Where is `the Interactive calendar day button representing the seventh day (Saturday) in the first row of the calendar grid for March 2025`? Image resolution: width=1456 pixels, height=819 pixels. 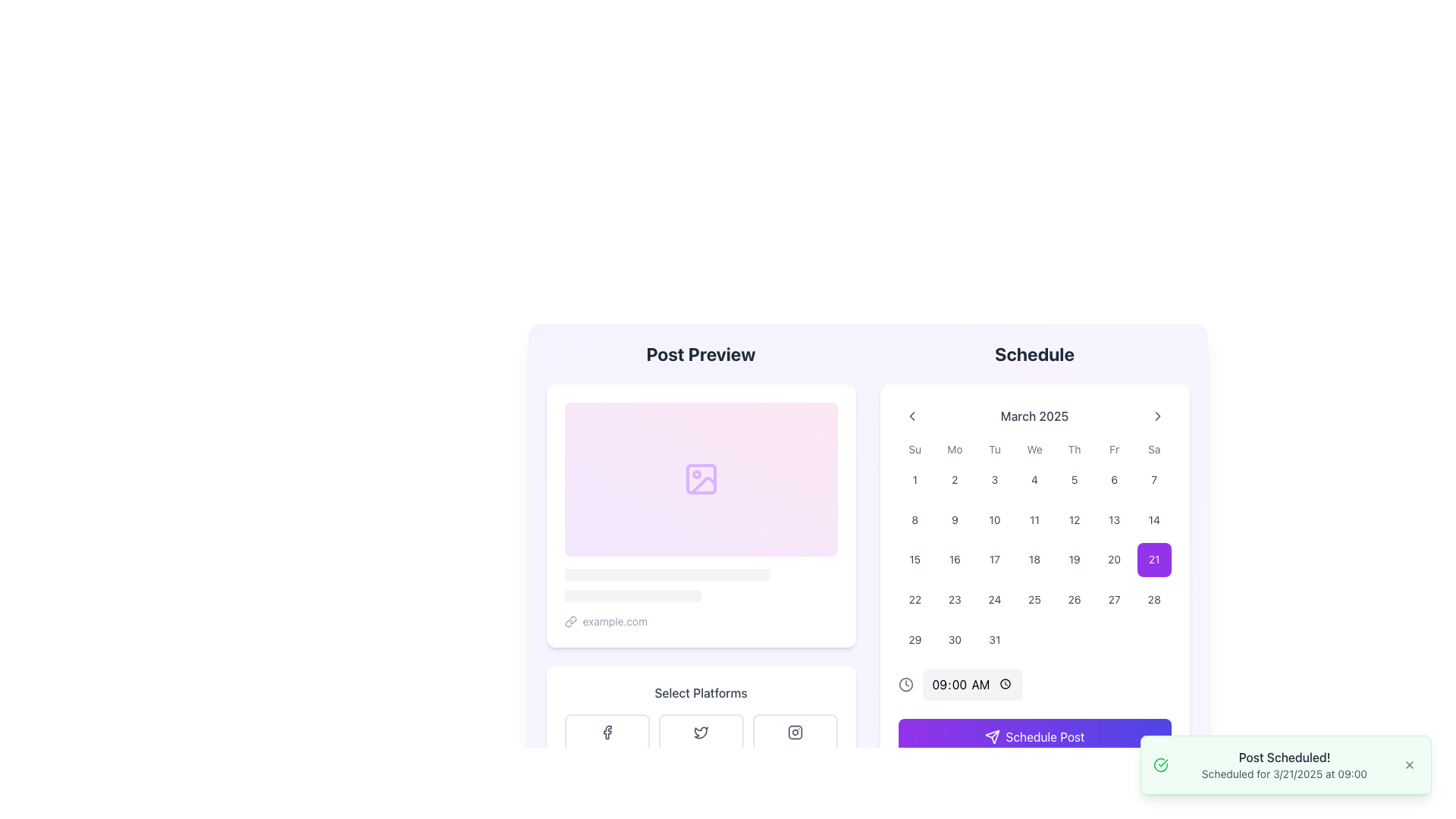
the Interactive calendar day button representing the seventh day (Saturday) in the first row of the calendar grid for March 2025 is located at coordinates (1153, 480).